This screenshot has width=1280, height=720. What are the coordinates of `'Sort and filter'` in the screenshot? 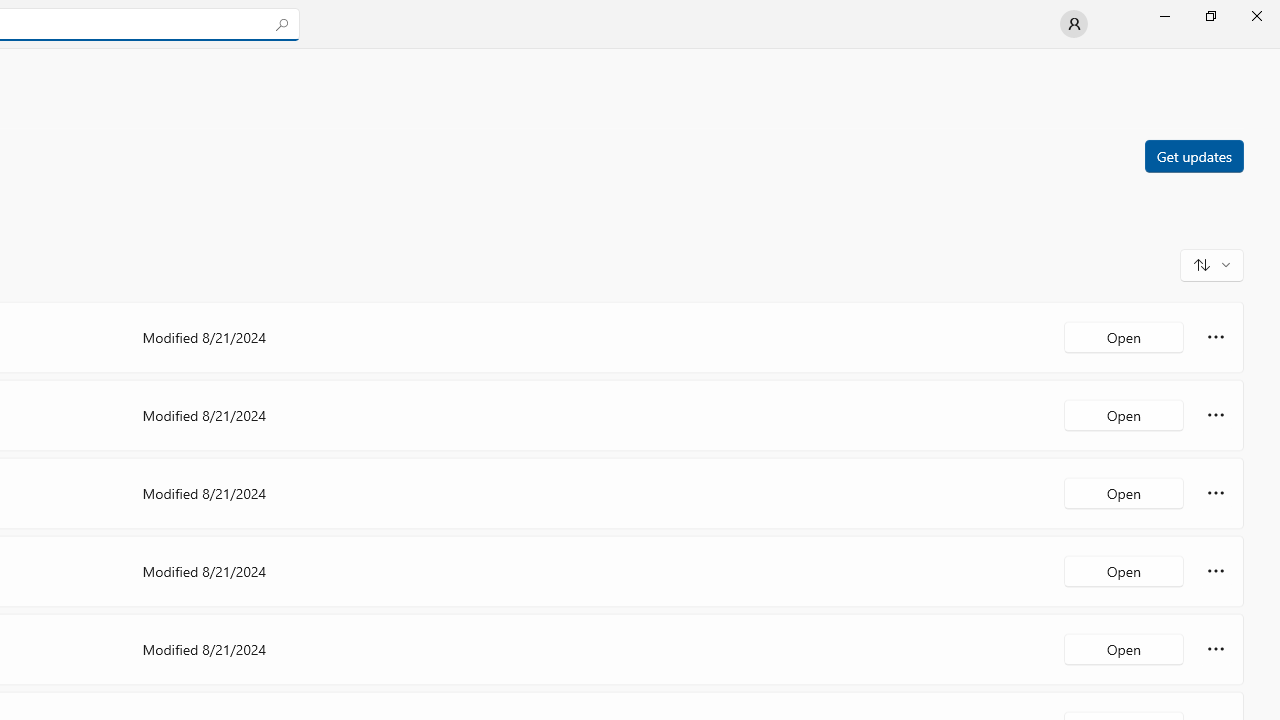 It's located at (1211, 263).